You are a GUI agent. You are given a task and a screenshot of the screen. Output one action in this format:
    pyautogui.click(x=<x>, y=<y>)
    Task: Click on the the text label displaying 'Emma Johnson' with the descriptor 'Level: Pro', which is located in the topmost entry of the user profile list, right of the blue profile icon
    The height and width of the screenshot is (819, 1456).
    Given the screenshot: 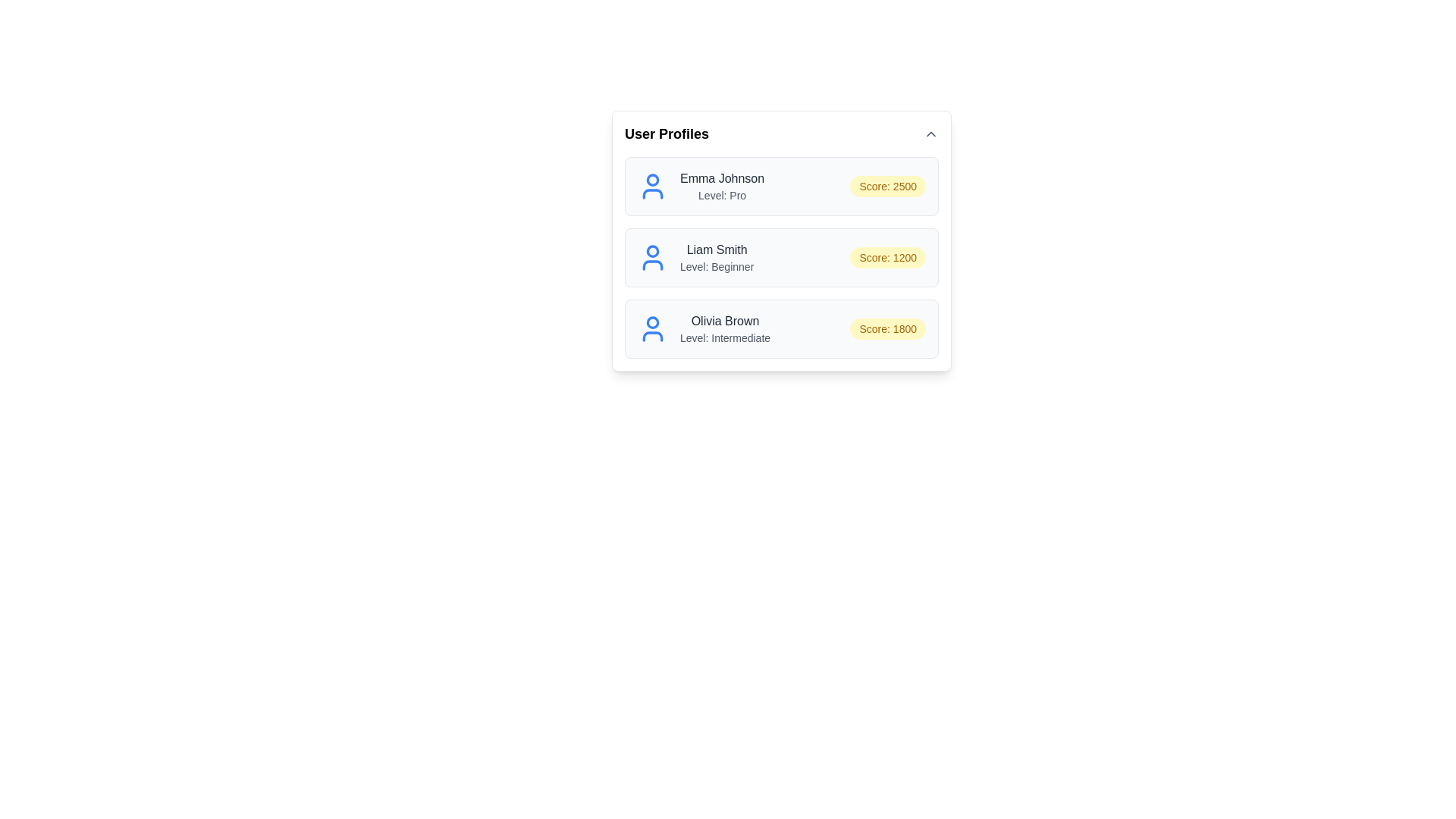 What is the action you would take?
    pyautogui.click(x=721, y=186)
    